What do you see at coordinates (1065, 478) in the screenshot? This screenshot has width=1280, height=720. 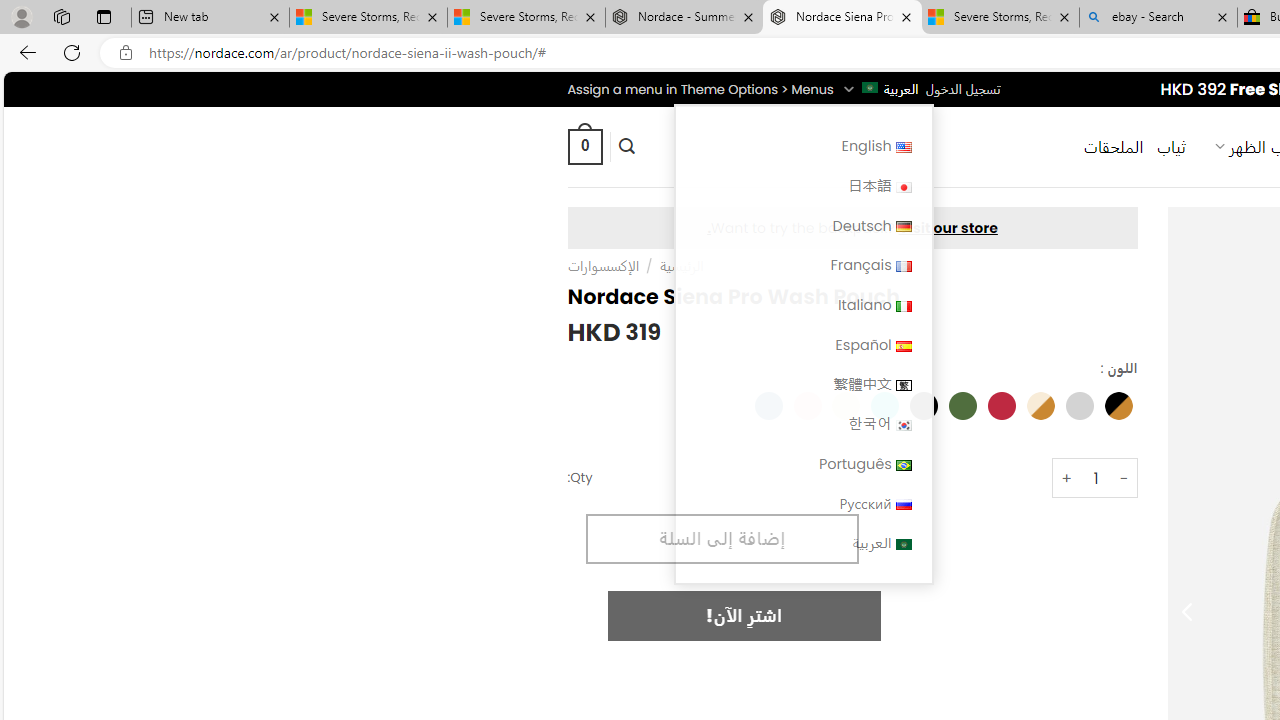 I see `'+'` at bounding box center [1065, 478].